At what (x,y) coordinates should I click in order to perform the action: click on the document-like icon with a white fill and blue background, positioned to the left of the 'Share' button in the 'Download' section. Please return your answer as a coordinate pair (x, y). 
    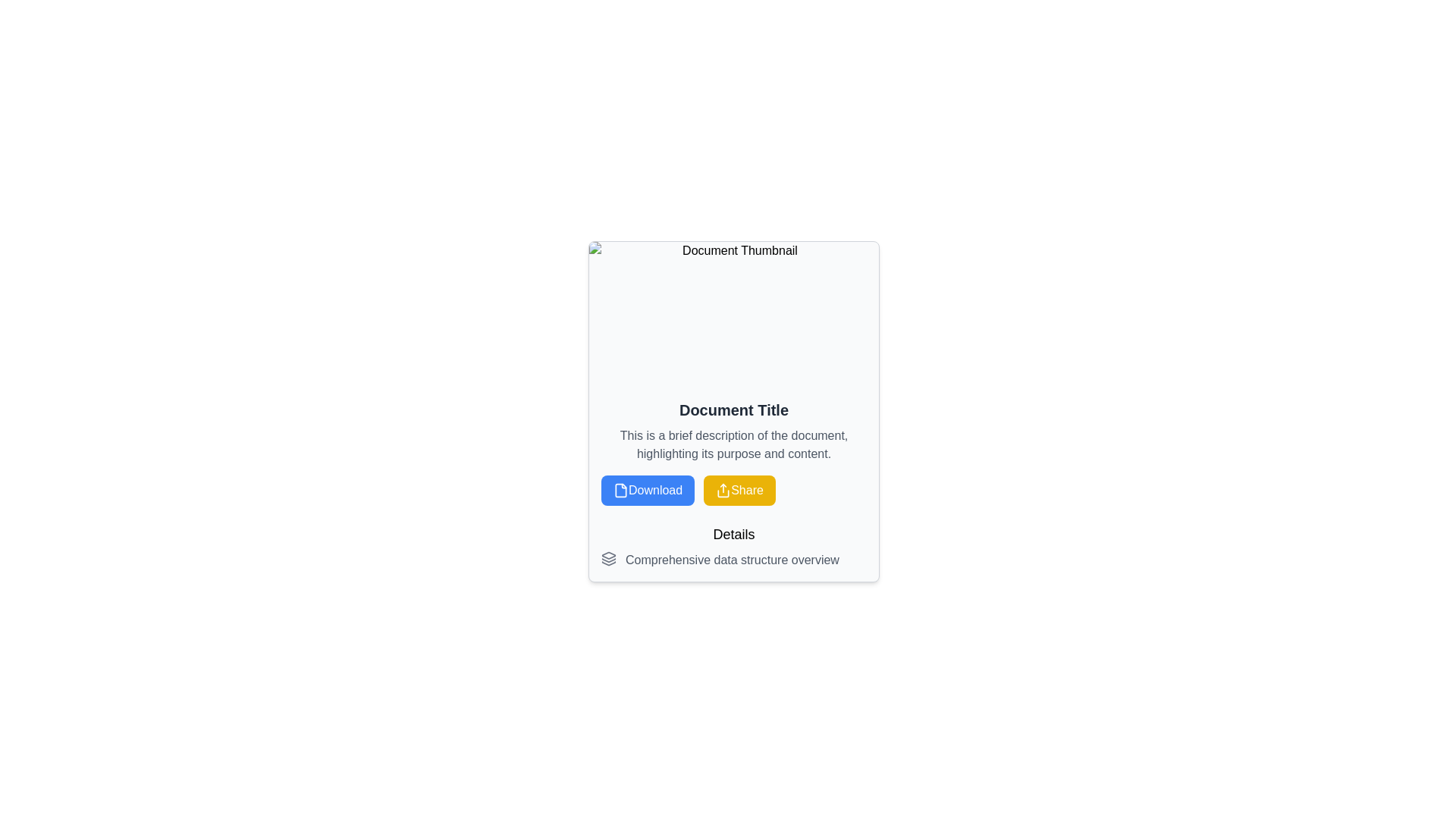
    Looking at the image, I should click on (621, 491).